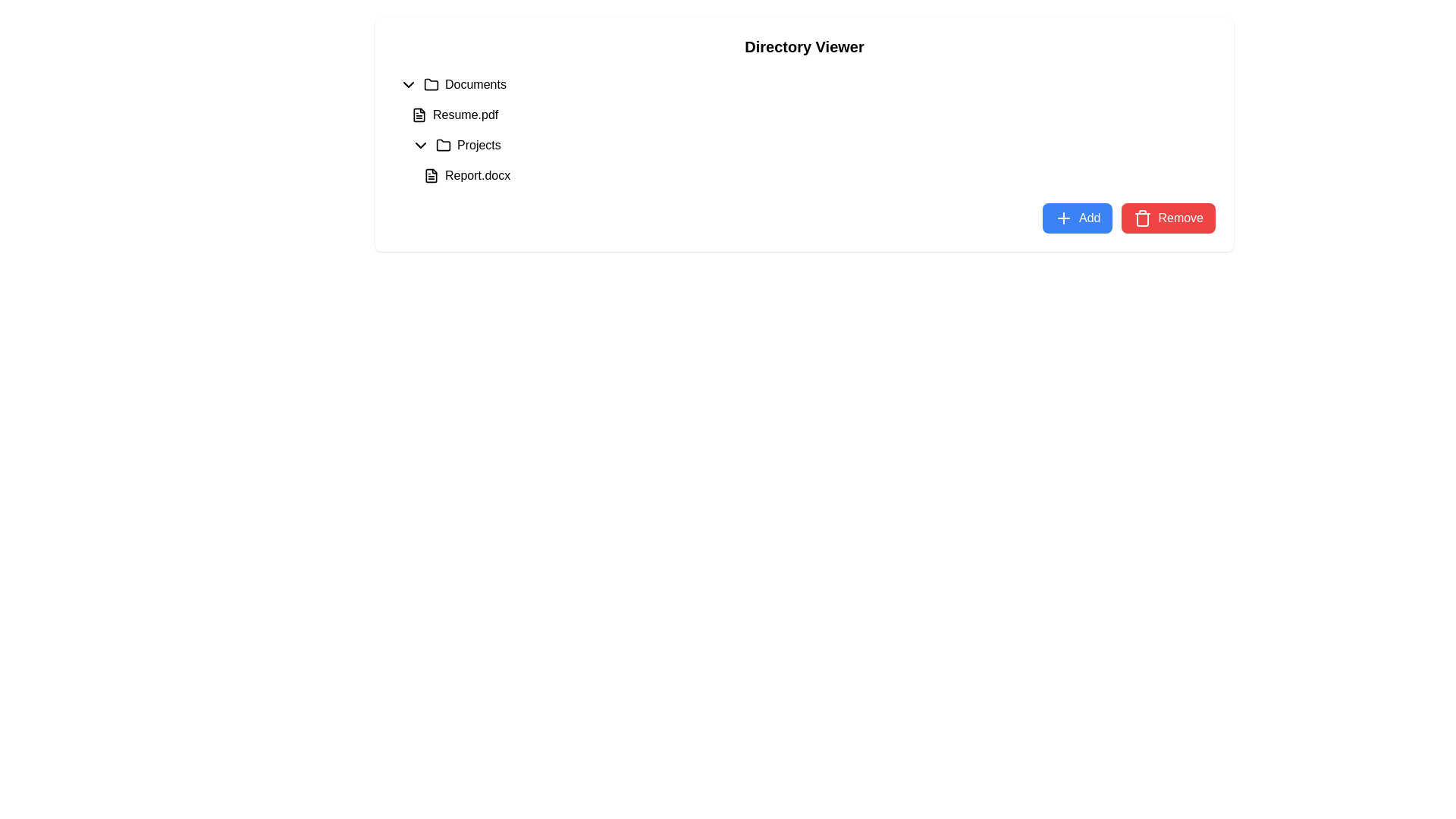 The height and width of the screenshot is (819, 1456). Describe the element at coordinates (408, 84) in the screenshot. I see `the downward-facing chevron icon located to the left of the 'Documents' folder label` at that location.